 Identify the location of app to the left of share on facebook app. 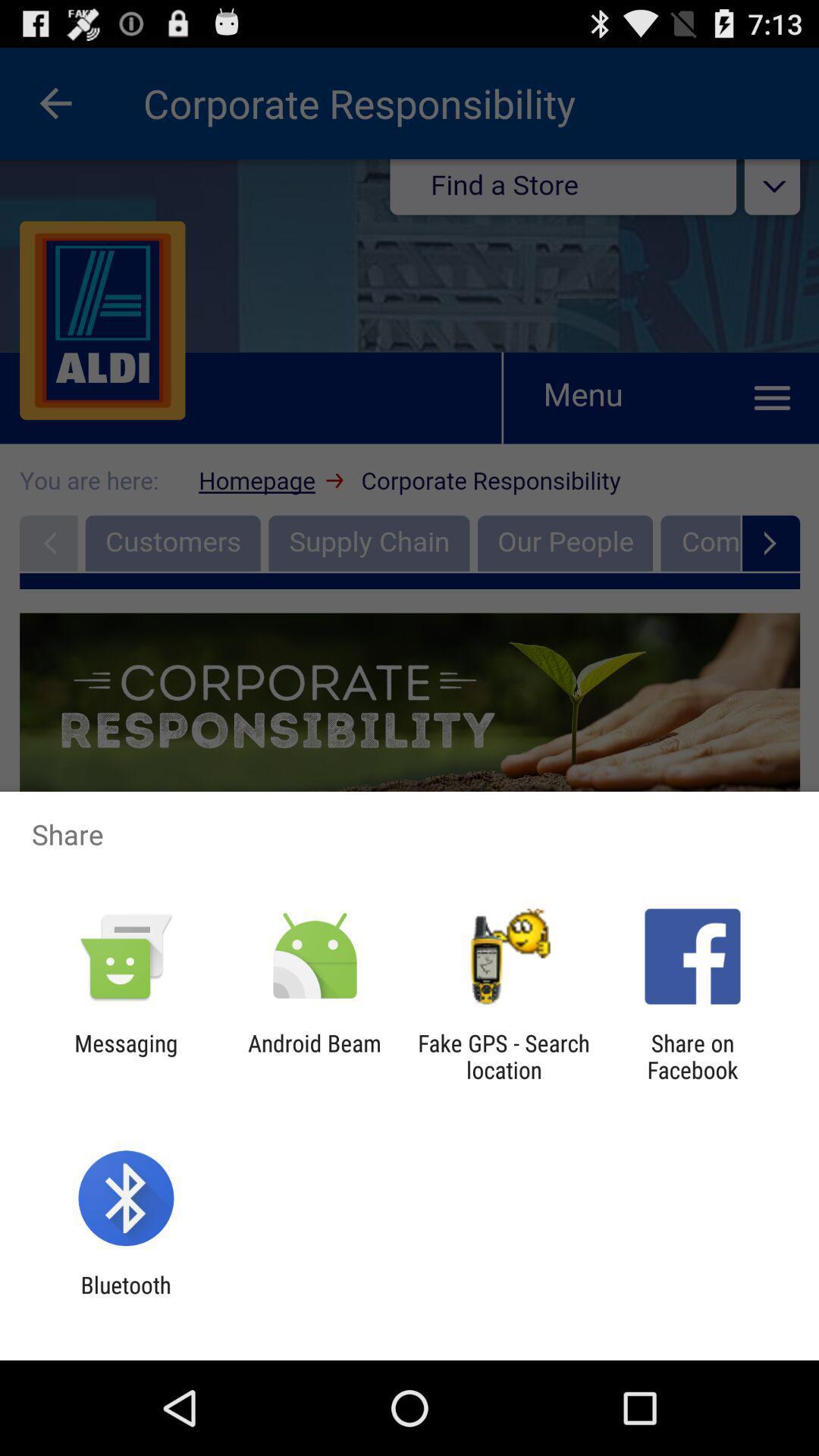
(504, 1056).